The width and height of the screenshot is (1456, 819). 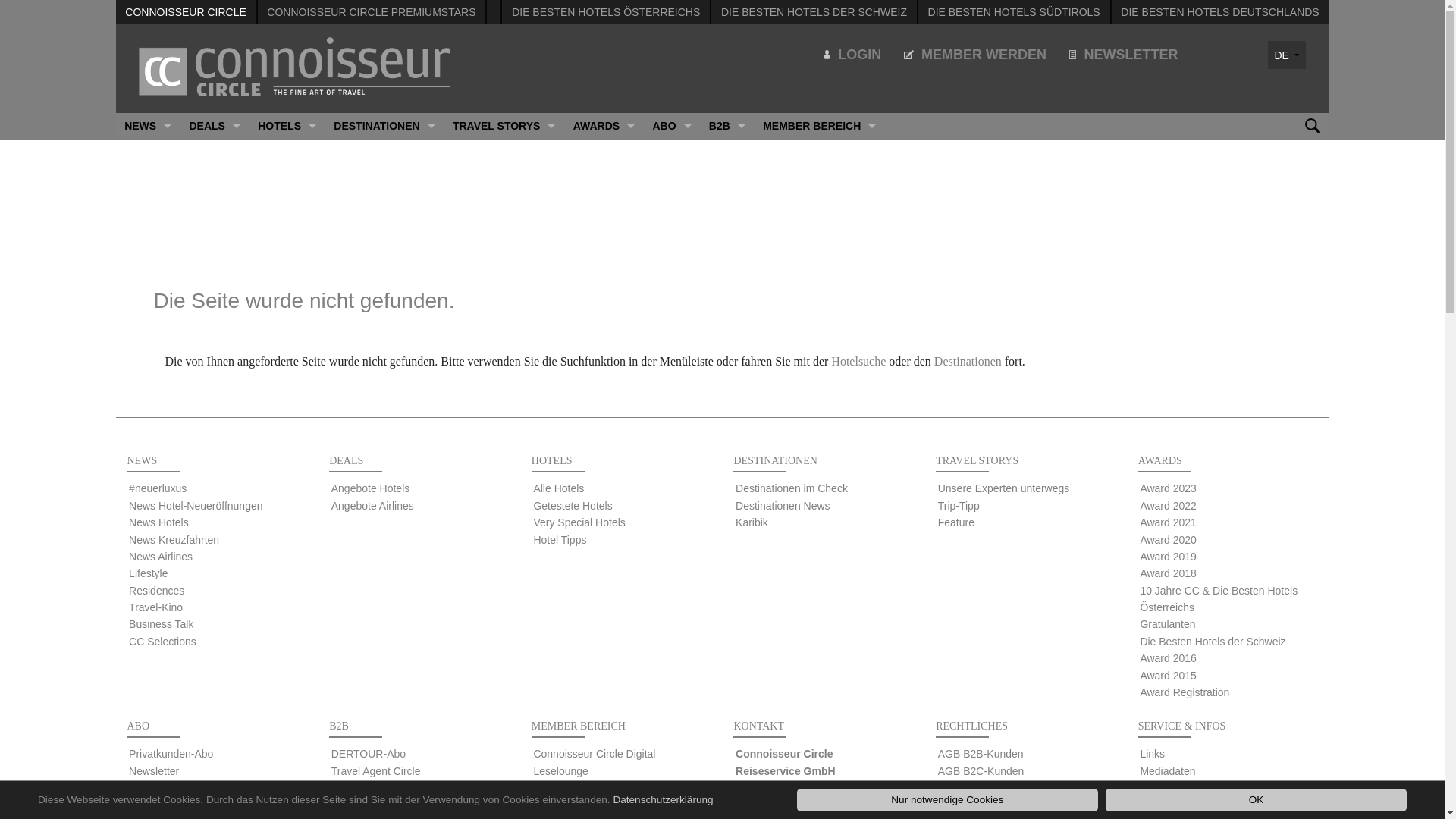 What do you see at coordinates (148, 573) in the screenshot?
I see `'Lifestyle'` at bounding box center [148, 573].